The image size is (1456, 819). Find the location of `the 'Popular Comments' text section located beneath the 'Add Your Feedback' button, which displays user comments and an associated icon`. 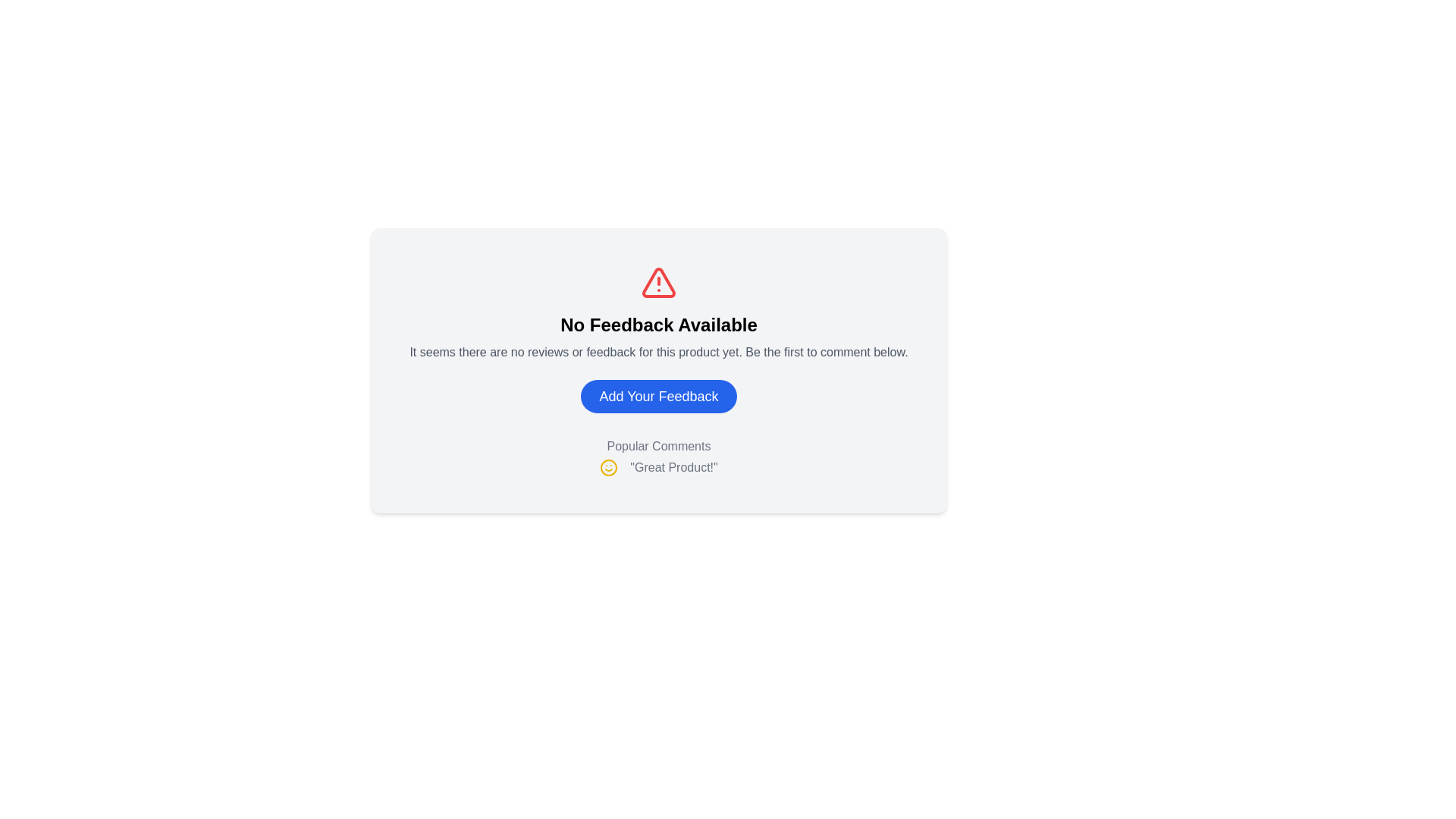

the 'Popular Comments' text section located beneath the 'Add Your Feedback' button, which displays user comments and an associated icon is located at coordinates (658, 456).